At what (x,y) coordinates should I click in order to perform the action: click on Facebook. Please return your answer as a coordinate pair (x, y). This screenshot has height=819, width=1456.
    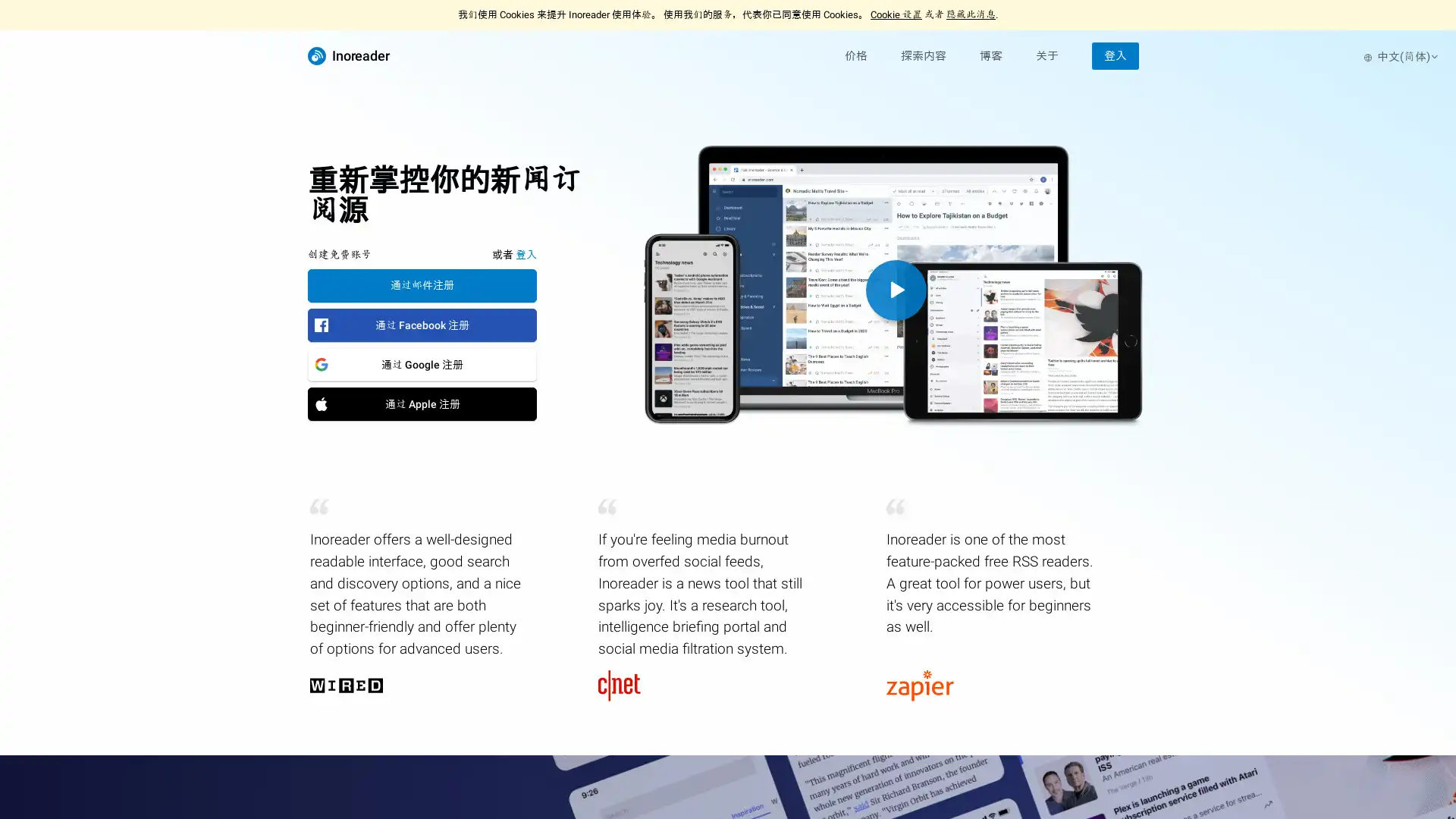
    Looking at the image, I should click on (422, 324).